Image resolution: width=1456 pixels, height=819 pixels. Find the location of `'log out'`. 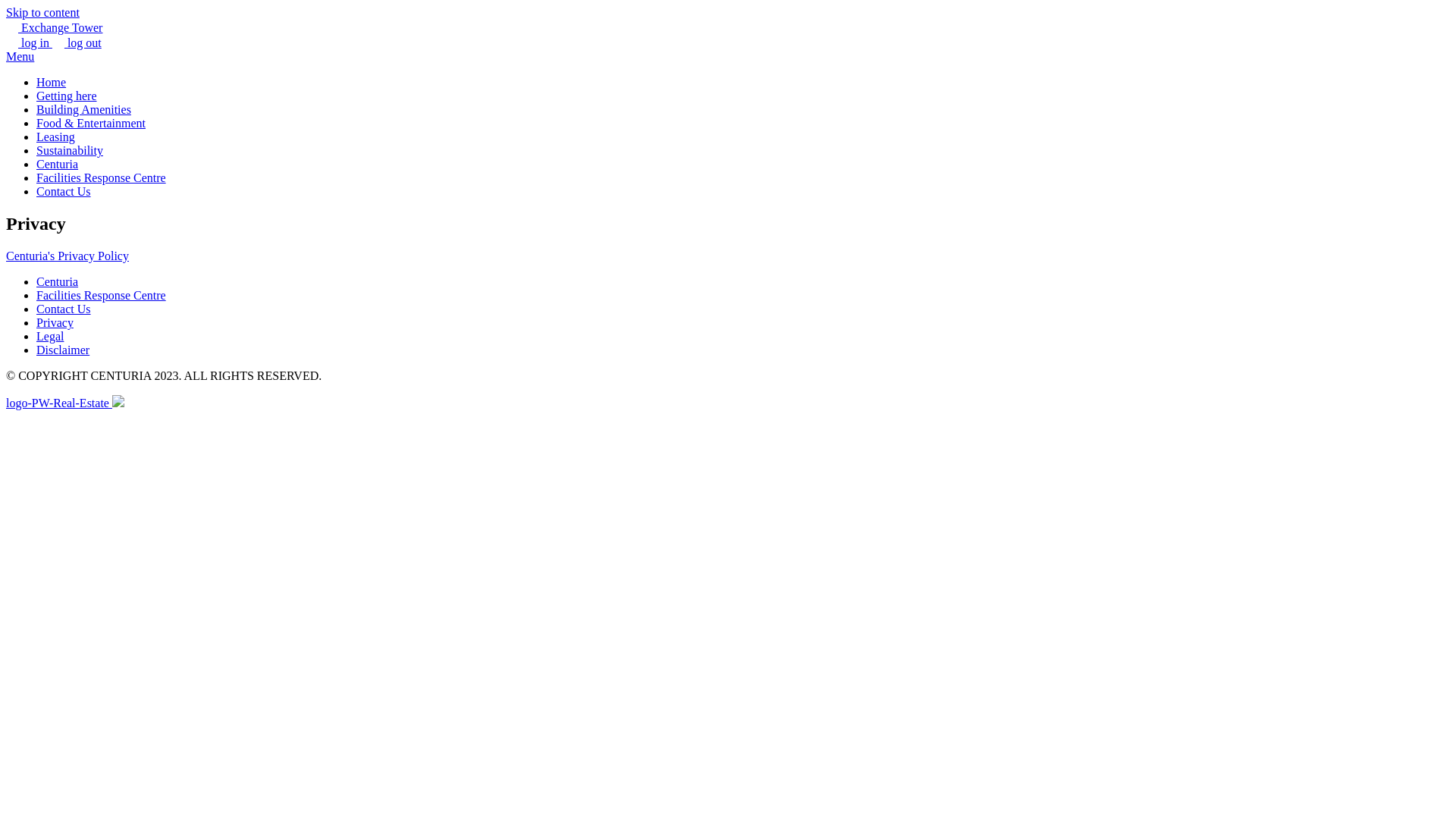

'log out' is located at coordinates (76, 42).